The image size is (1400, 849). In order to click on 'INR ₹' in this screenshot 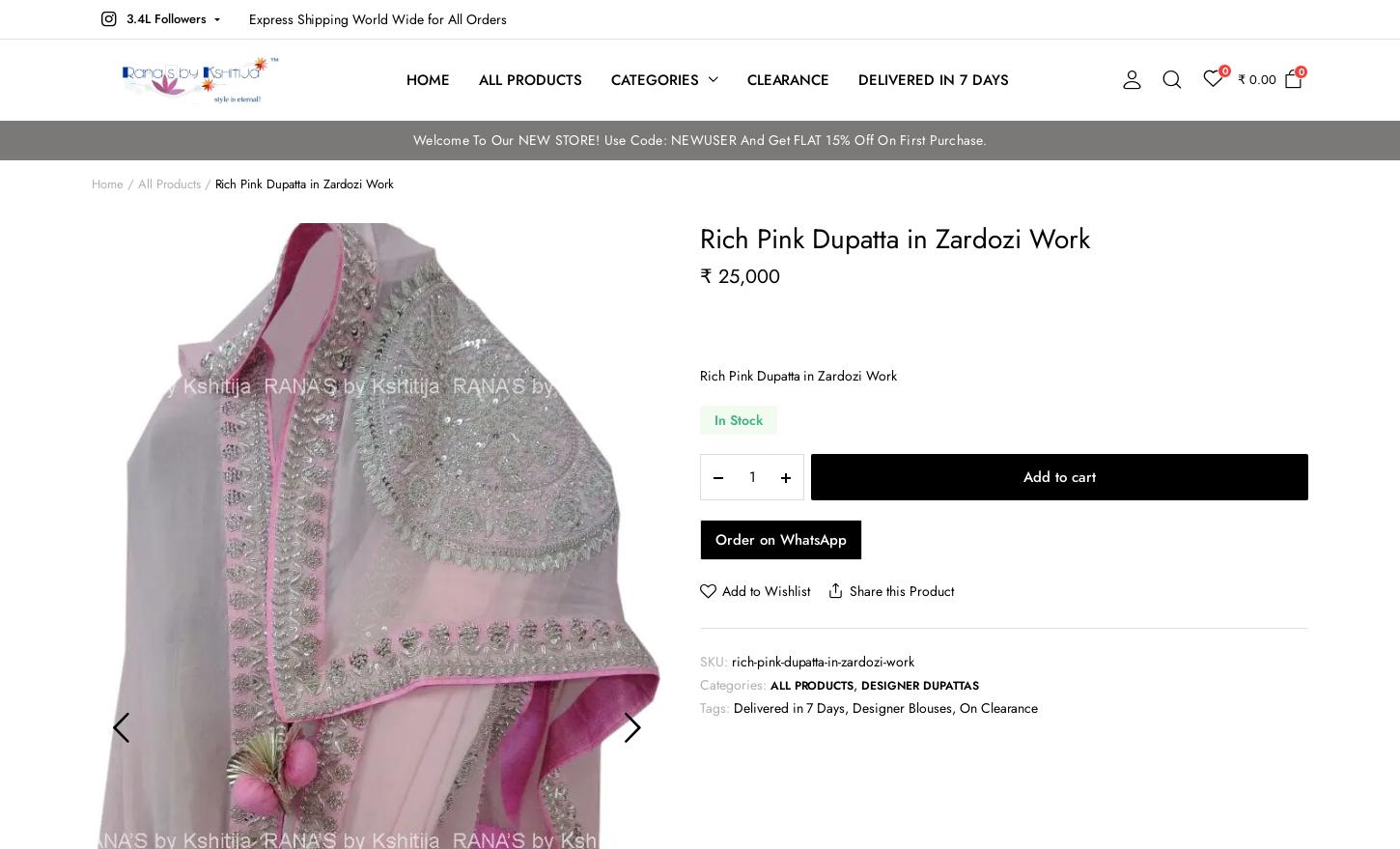, I will do `click(1362, 148)`.